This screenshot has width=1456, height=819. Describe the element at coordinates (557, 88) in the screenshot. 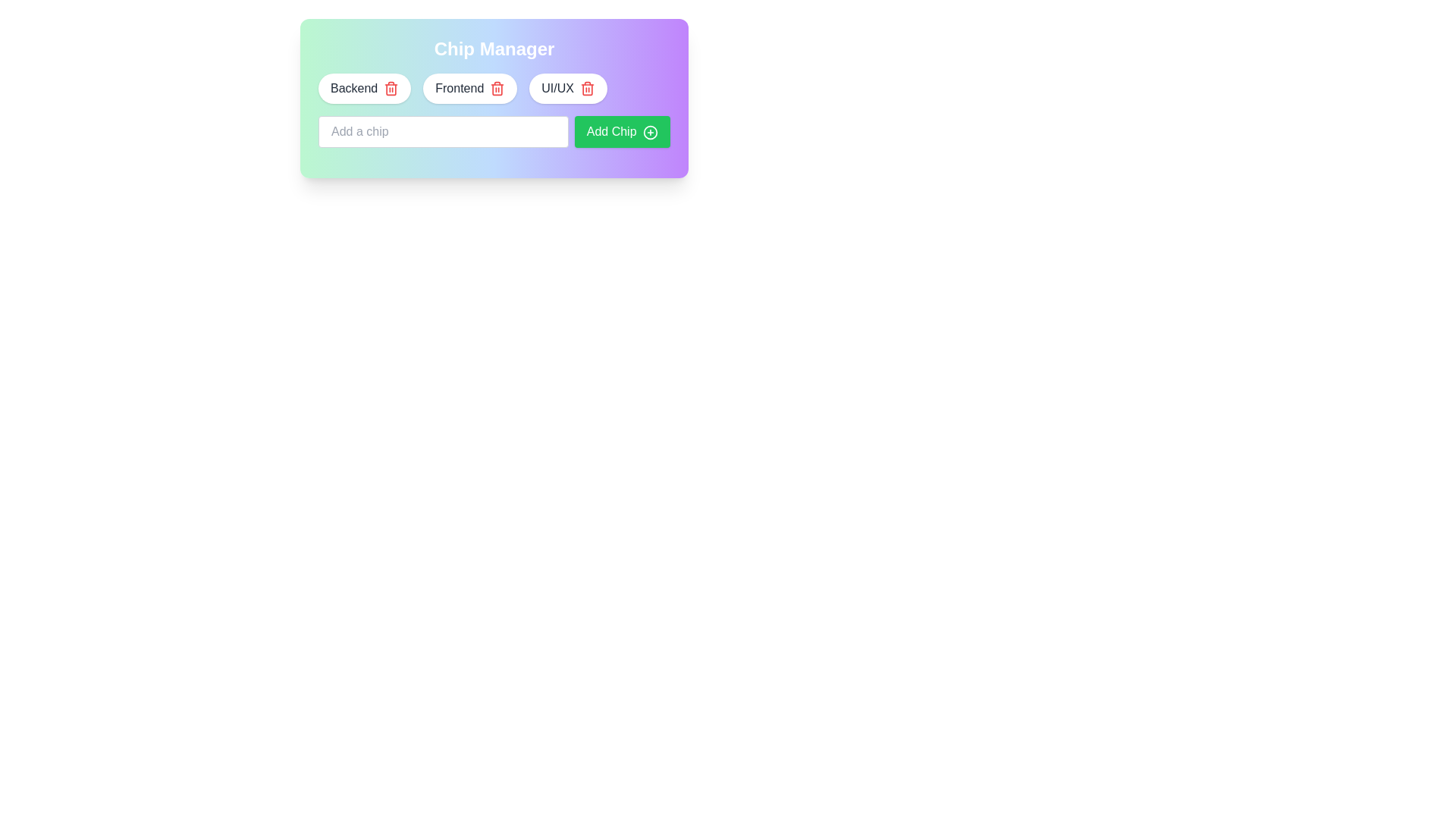

I see `the Text label 'UI/UX' within the third chip from the left in the 'Chip Manager' interface, which is styled in a medium gray font and contained in a rounded white chip` at that location.